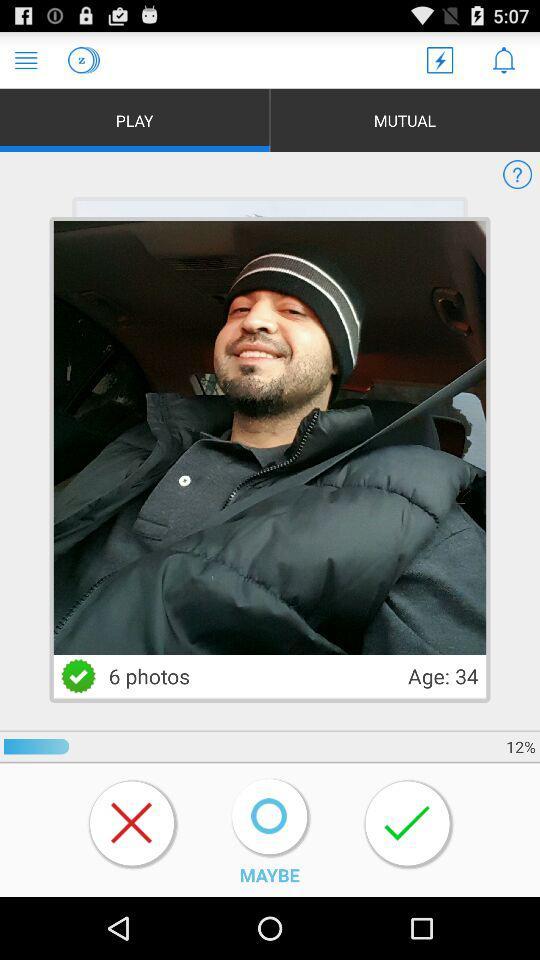 The height and width of the screenshot is (960, 540). Describe the element at coordinates (269, 816) in the screenshot. I see `the icon which is to the left of right button` at that location.